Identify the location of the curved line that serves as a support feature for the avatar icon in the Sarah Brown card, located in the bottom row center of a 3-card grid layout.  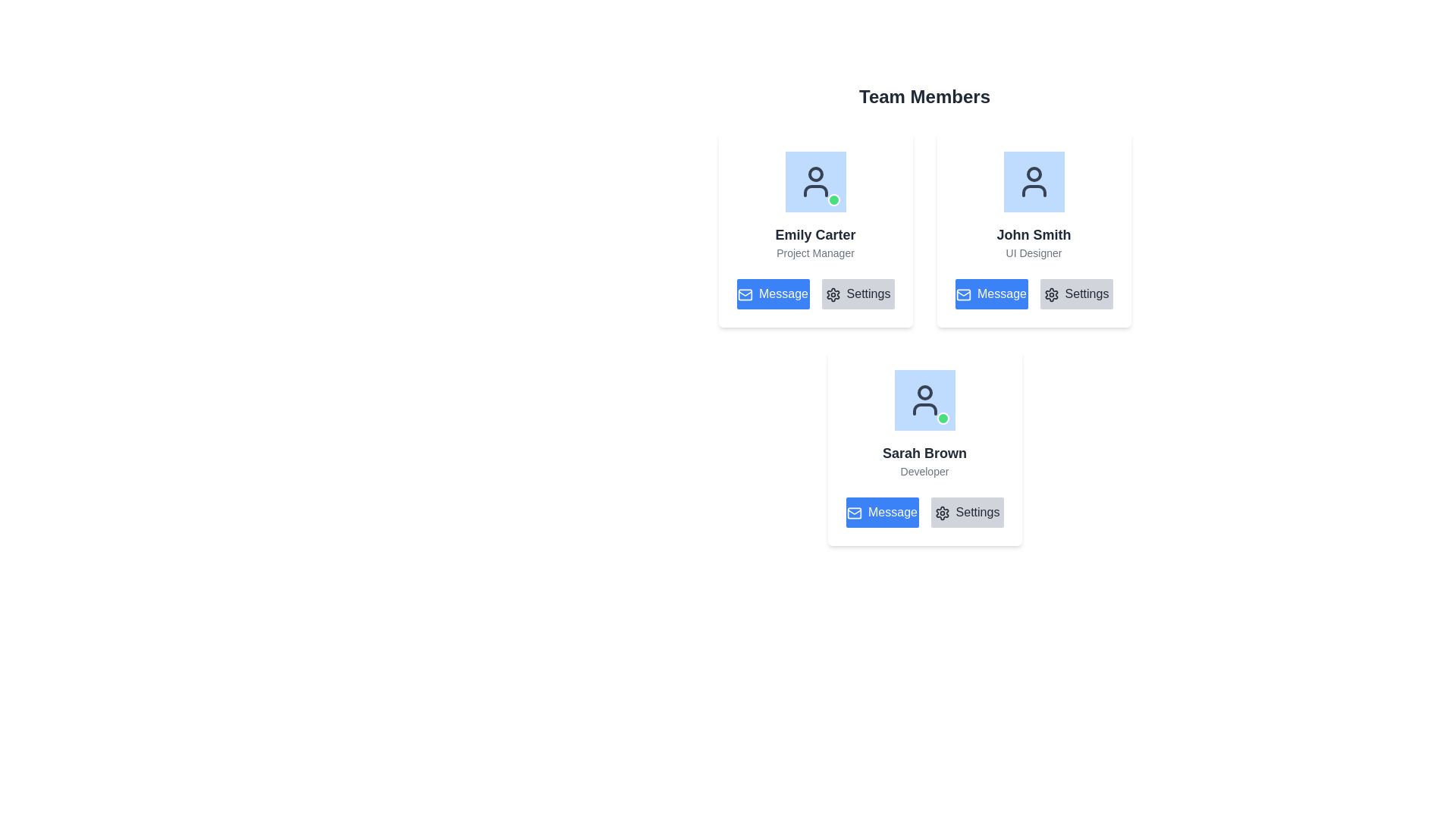
(924, 409).